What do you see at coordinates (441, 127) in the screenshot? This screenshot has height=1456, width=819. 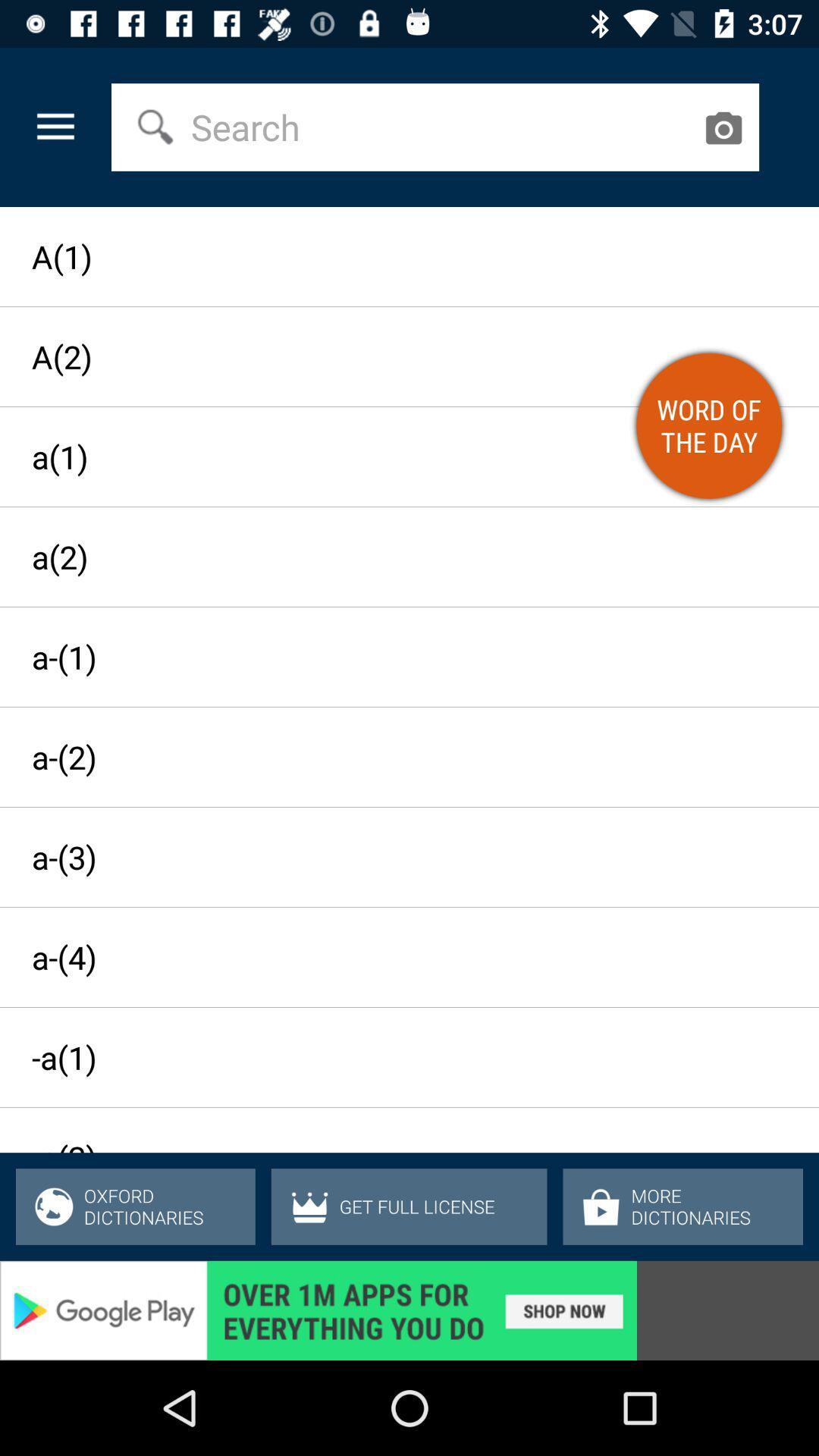 I see `the select field in the web page` at bounding box center [441, 127].